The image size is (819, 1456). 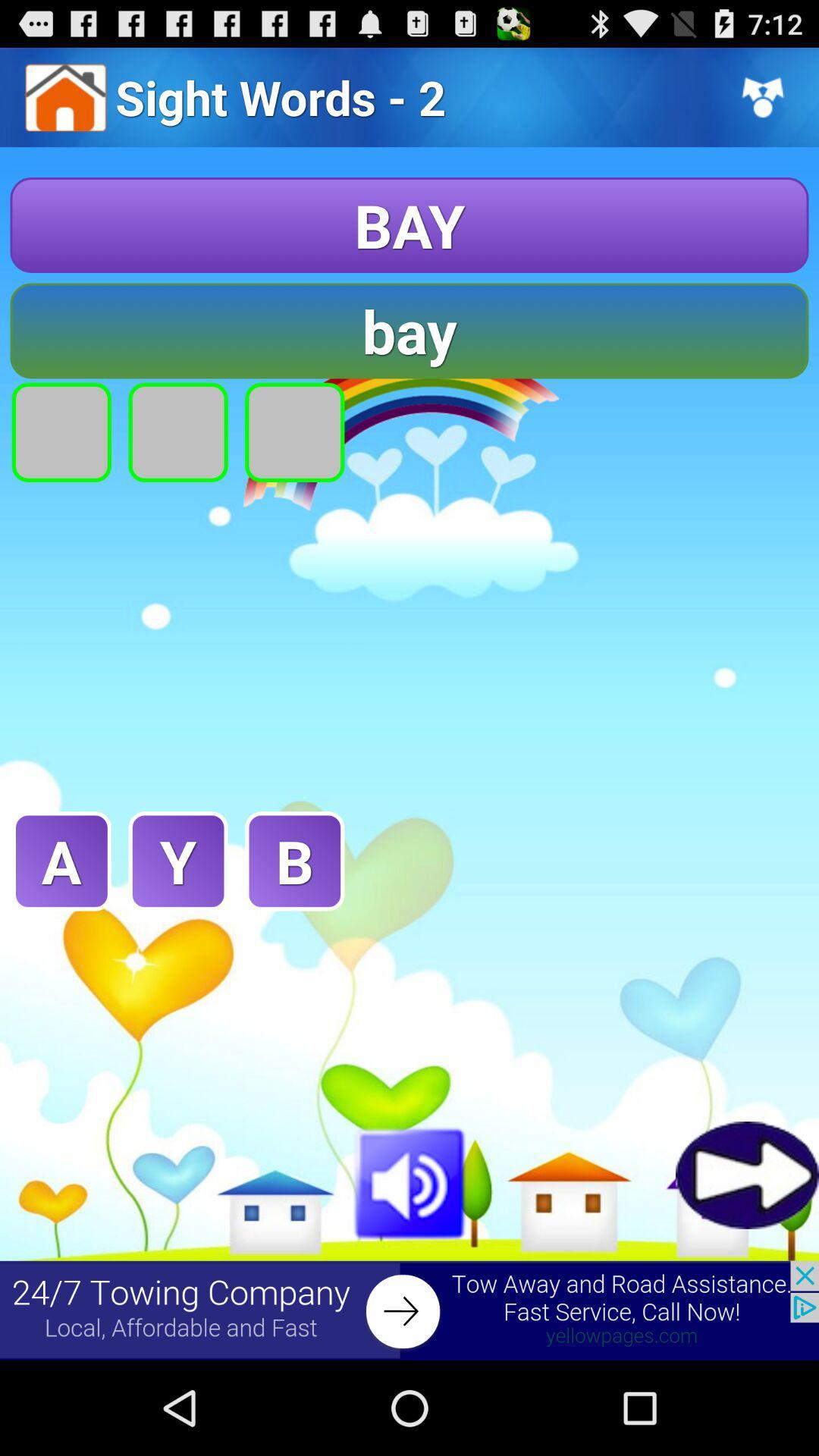 What do you see at coordinates (746, 1257) in the screenshot?
I see `the arrow_forward icon` at bounding box center [746, 1257].